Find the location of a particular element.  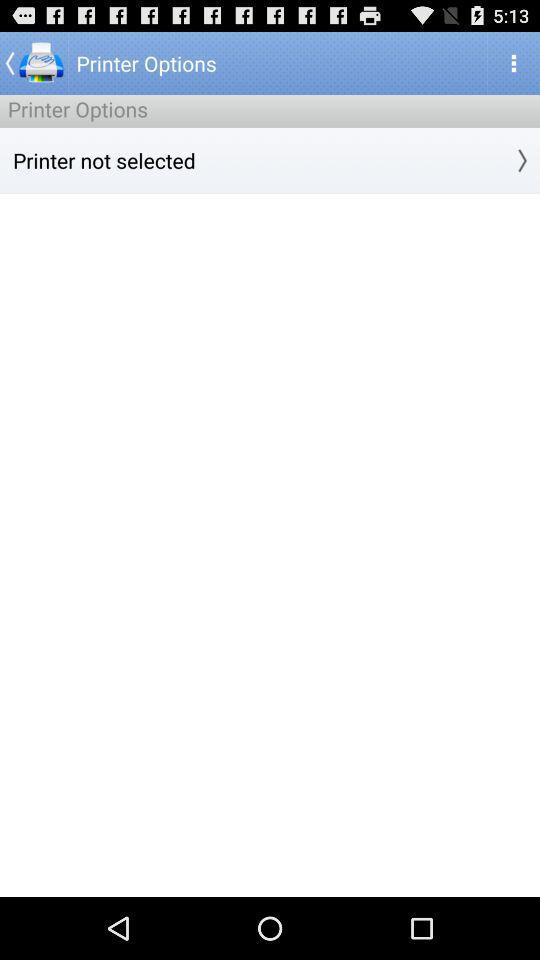

the app above the printer options item is located at coordinates (33, 62).